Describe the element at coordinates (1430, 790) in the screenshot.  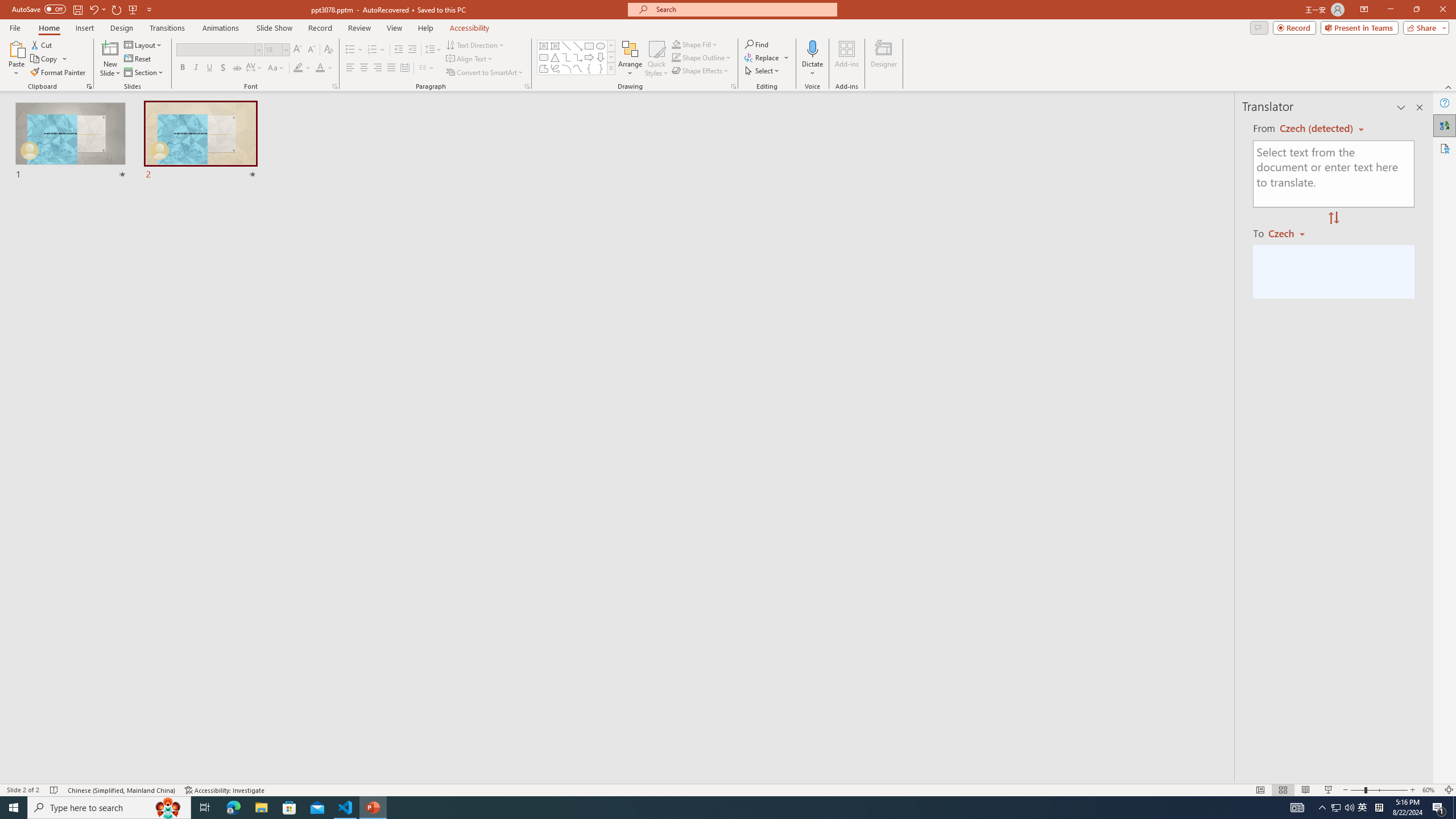
I see `'Zoom 60%'` at that location.